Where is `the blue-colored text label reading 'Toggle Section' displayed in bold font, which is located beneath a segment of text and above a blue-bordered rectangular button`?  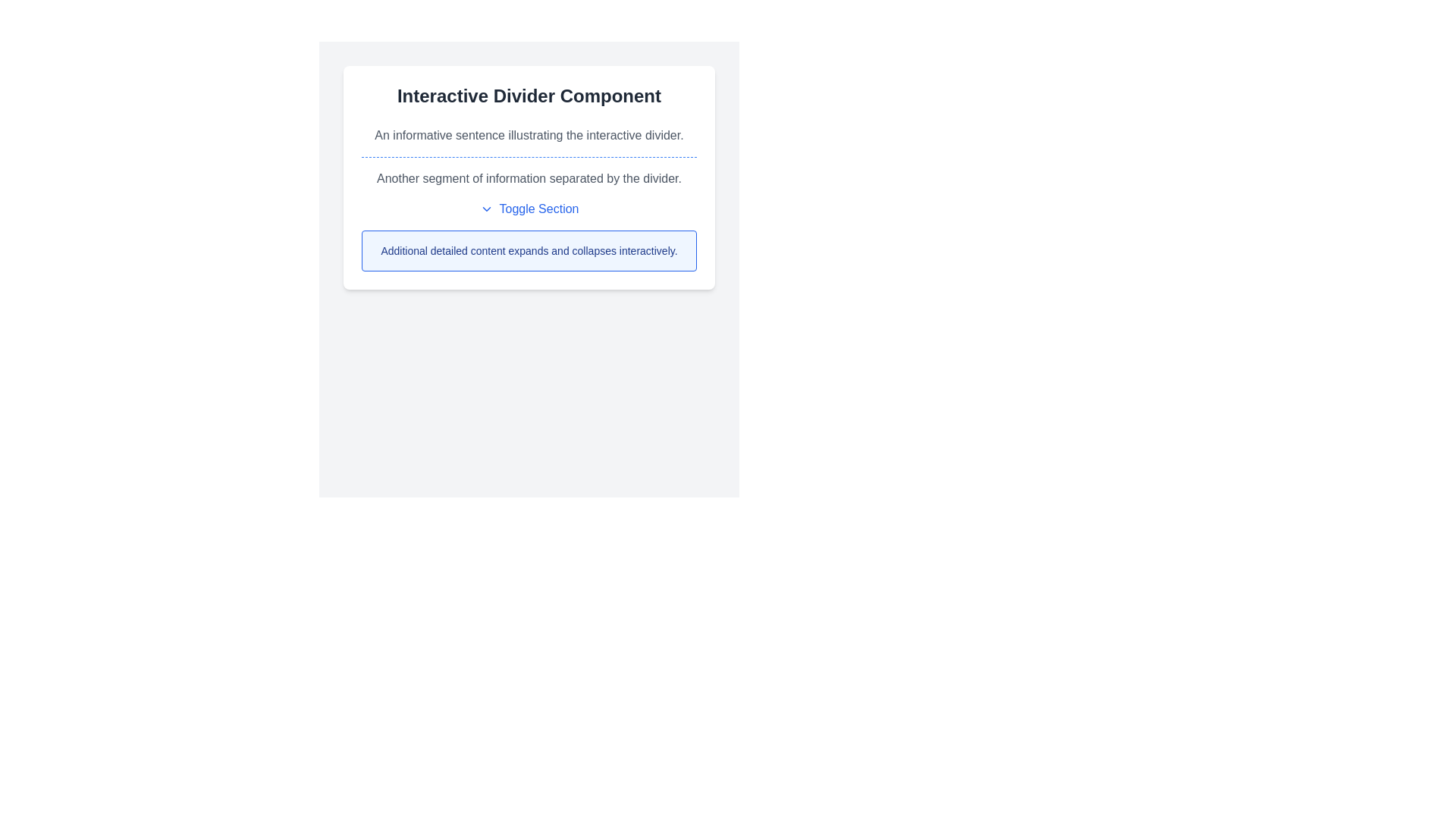
the blue-colored text label reading 'Toggle Section' displayed in bold font, which is located beneath a segment of text and above a blue-bordered rectangular button is located at coordinates (538, 209).